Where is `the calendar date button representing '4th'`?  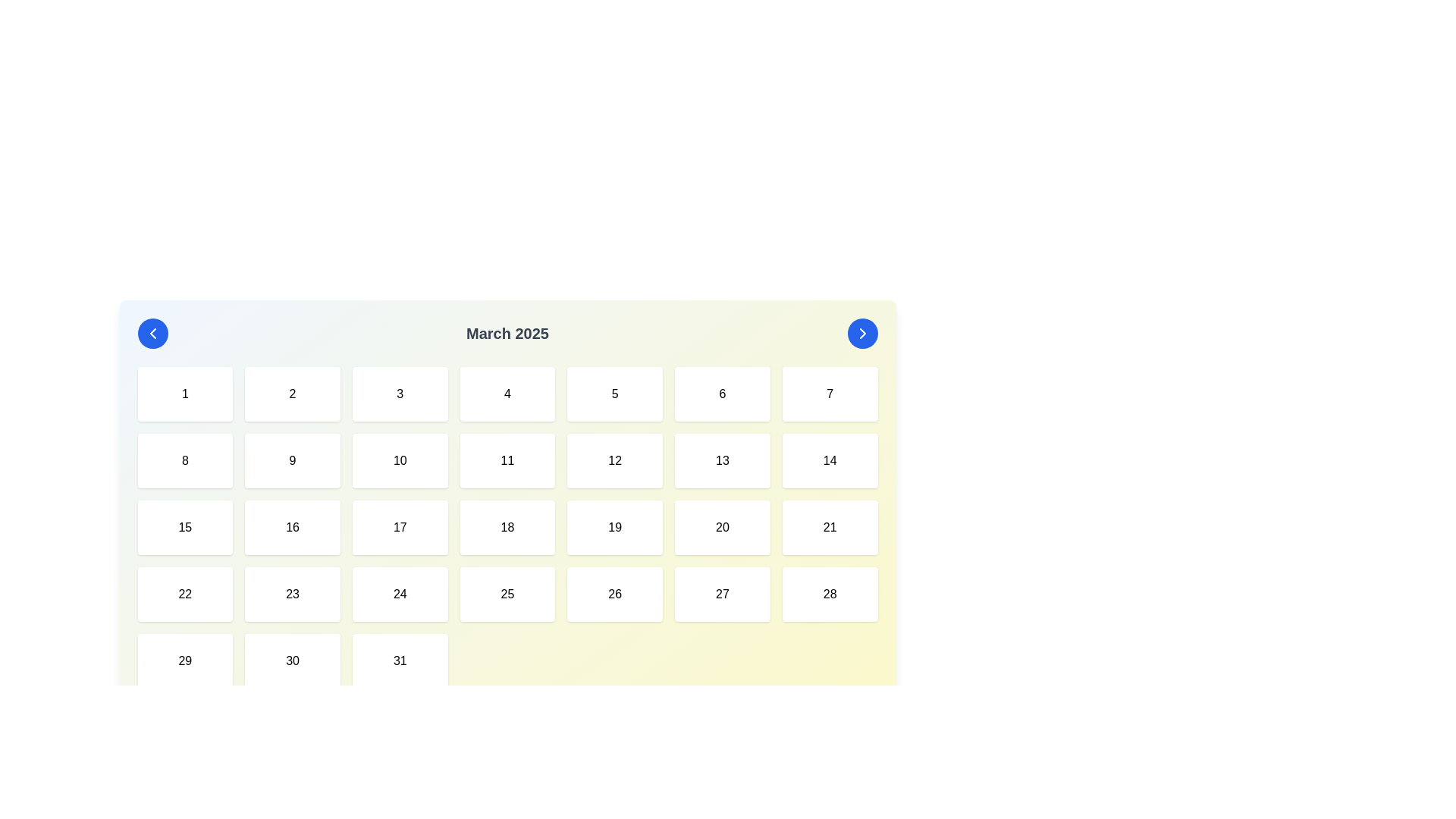
the calendar date button representing '4th' is located at coordinates (507, 394).